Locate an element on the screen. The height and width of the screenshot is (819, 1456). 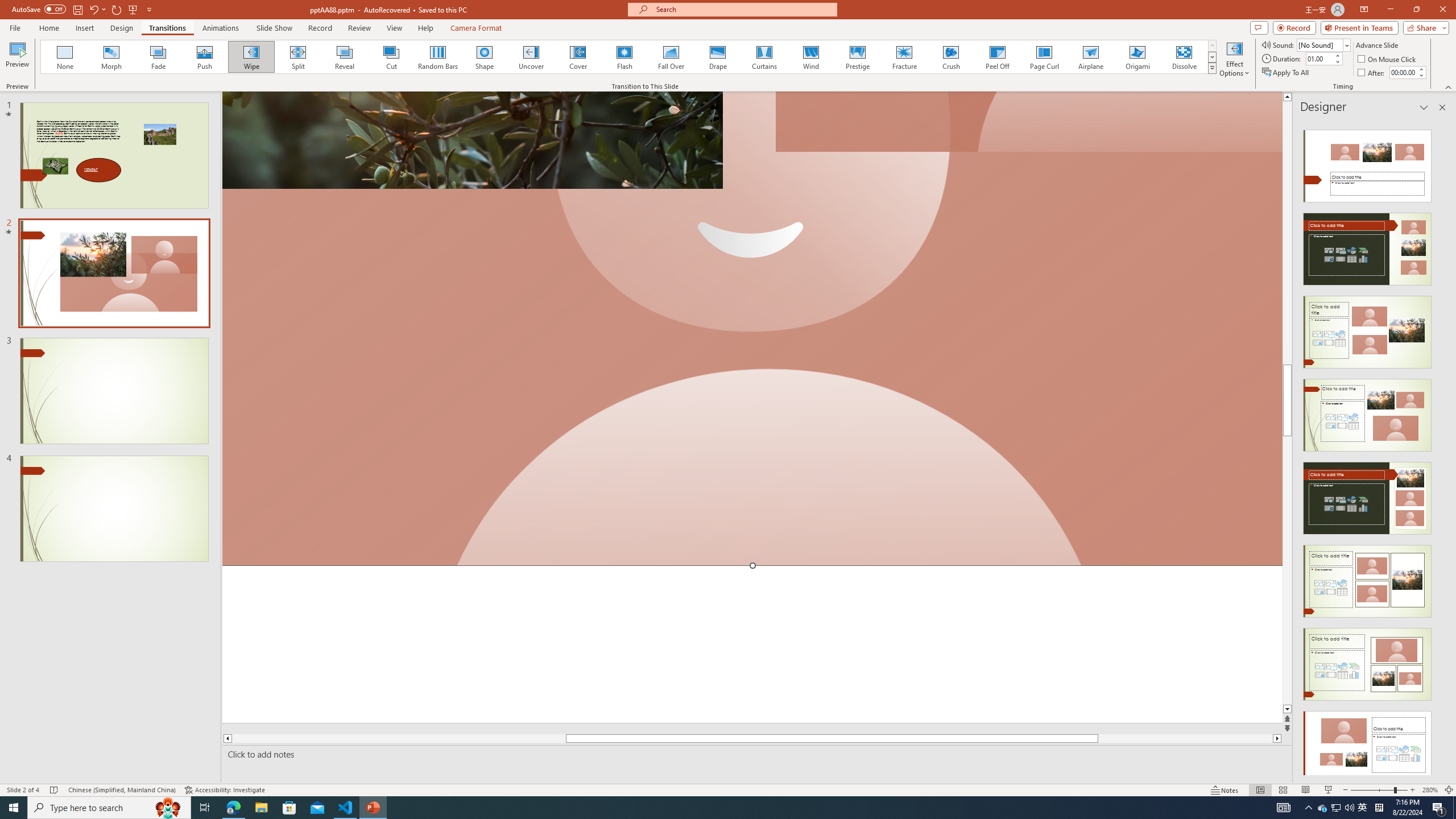
'Class: NetUIImage' is located at coordinates (1212, 68).